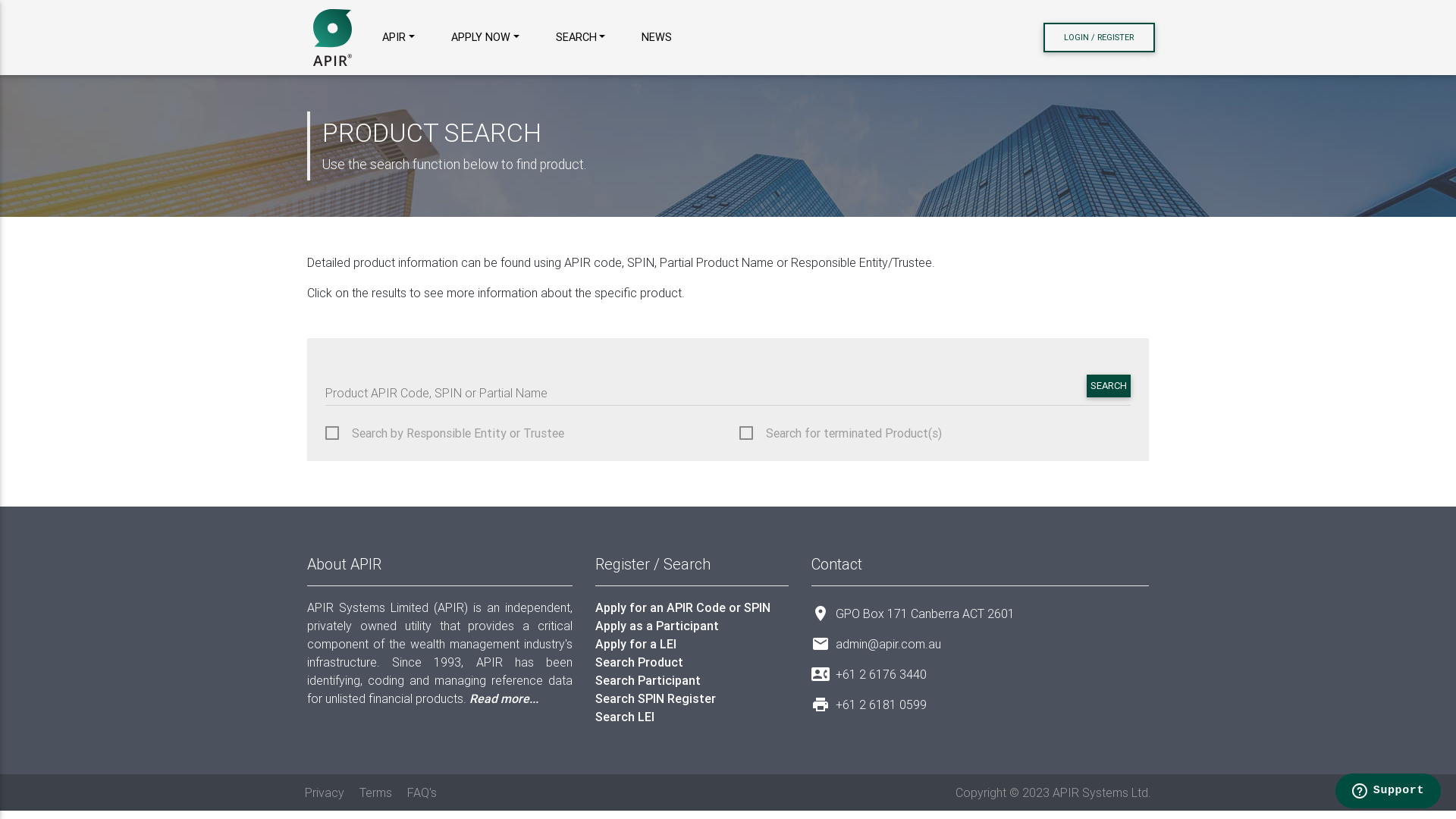  I want to click on 'Read more...', so click(504, 698).